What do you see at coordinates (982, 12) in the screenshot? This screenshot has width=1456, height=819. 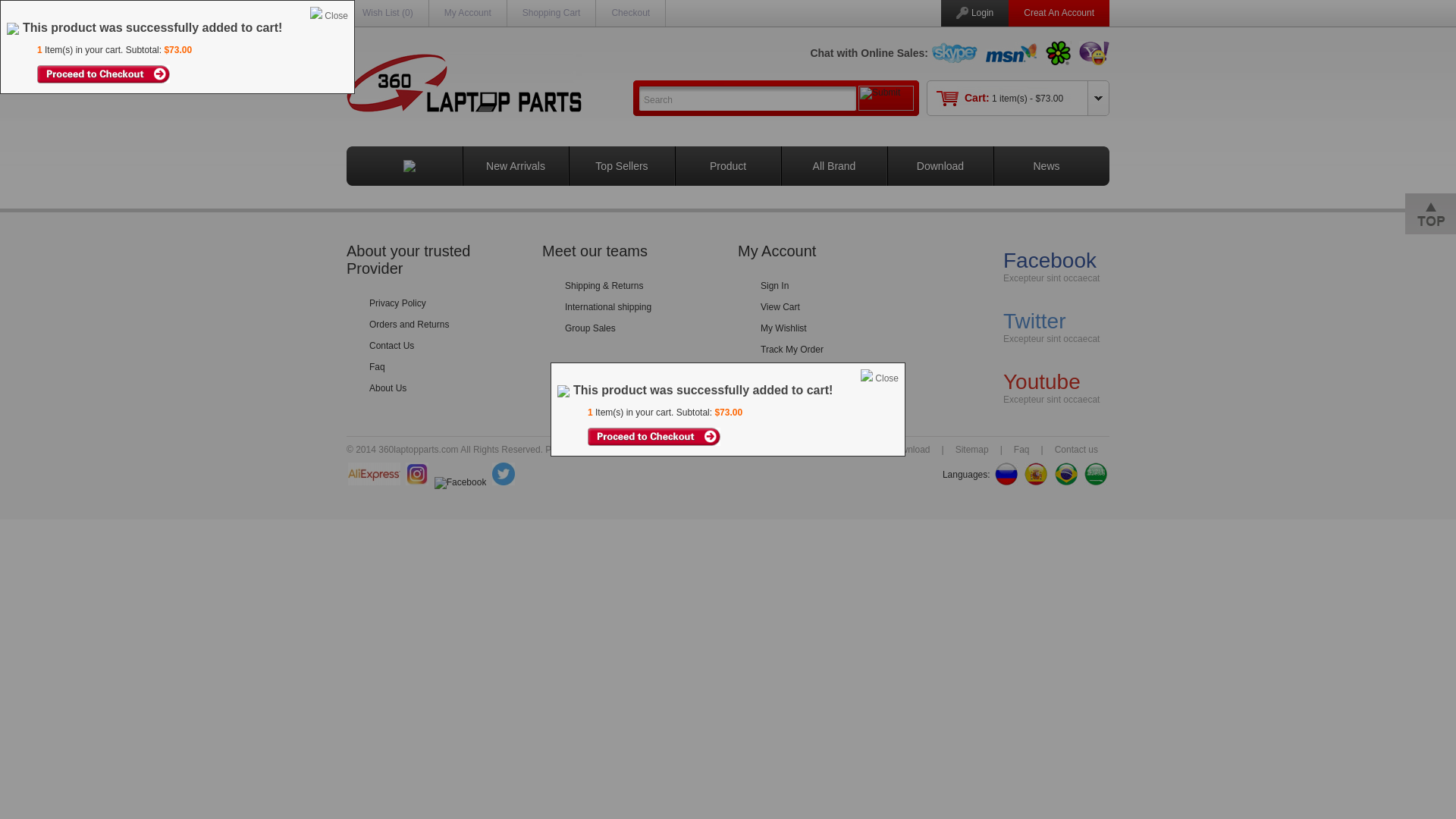 I see `'Login'` at bounding box center [982, 12].